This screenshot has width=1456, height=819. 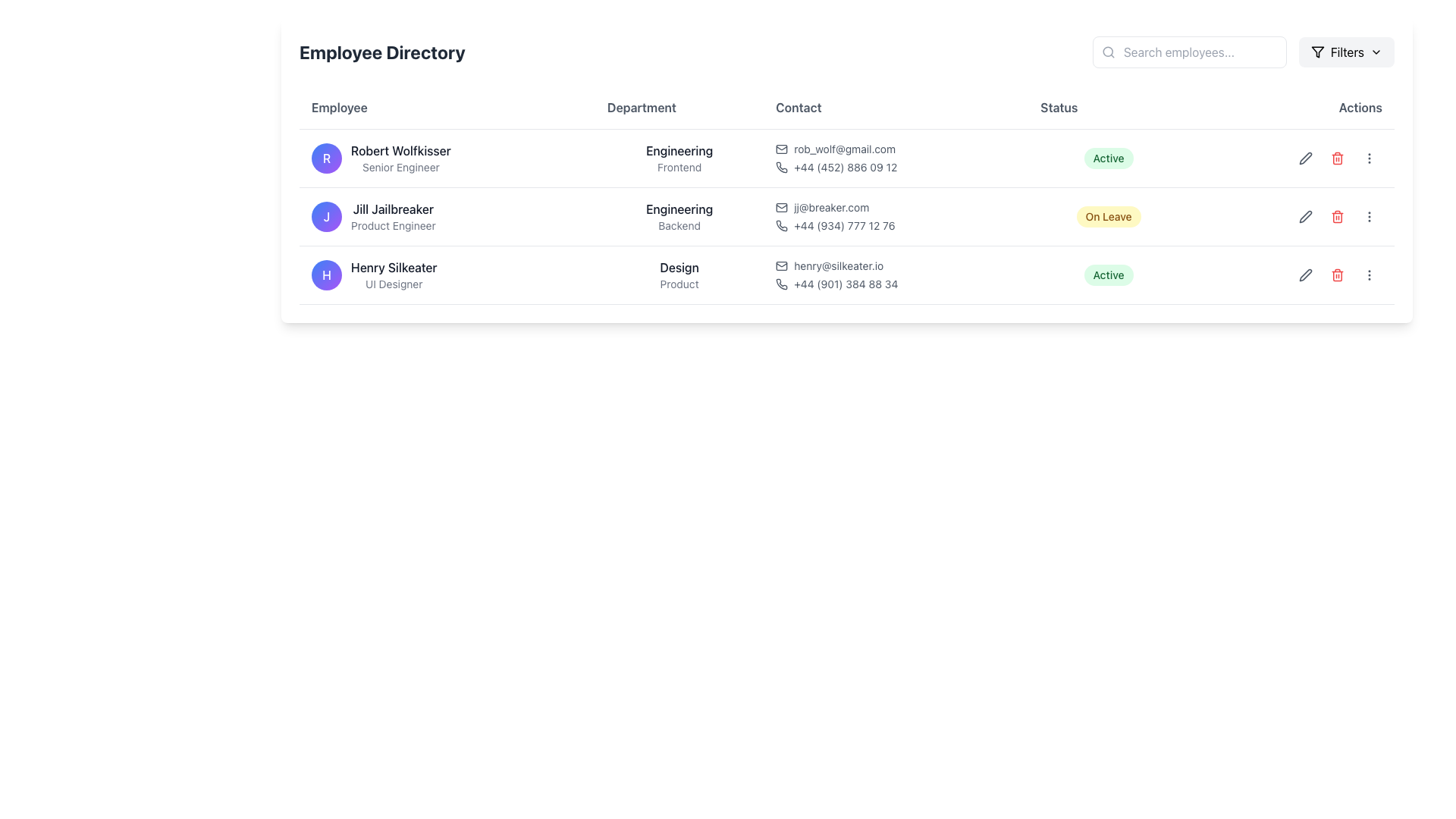 I want to click on the menu trigger icon located in the 'Actions' column of the 'Employee Directory' table for Jill Jailbreaker, so click(x=1369, y=158).